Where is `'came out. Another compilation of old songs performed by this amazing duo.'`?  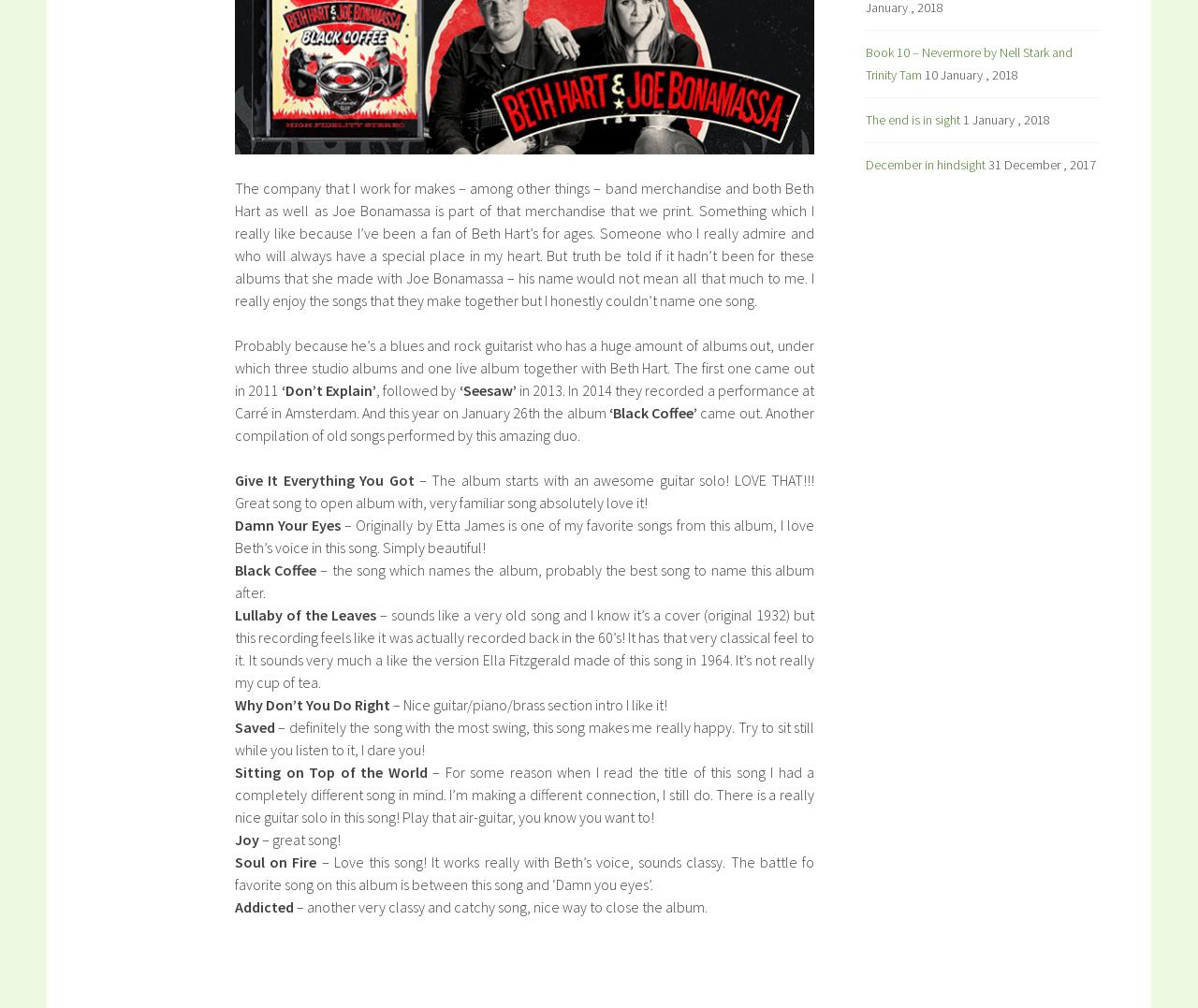 'came out. Another compilation of old songs performed by this amazing duo.' is located at coordinates (524, 422).